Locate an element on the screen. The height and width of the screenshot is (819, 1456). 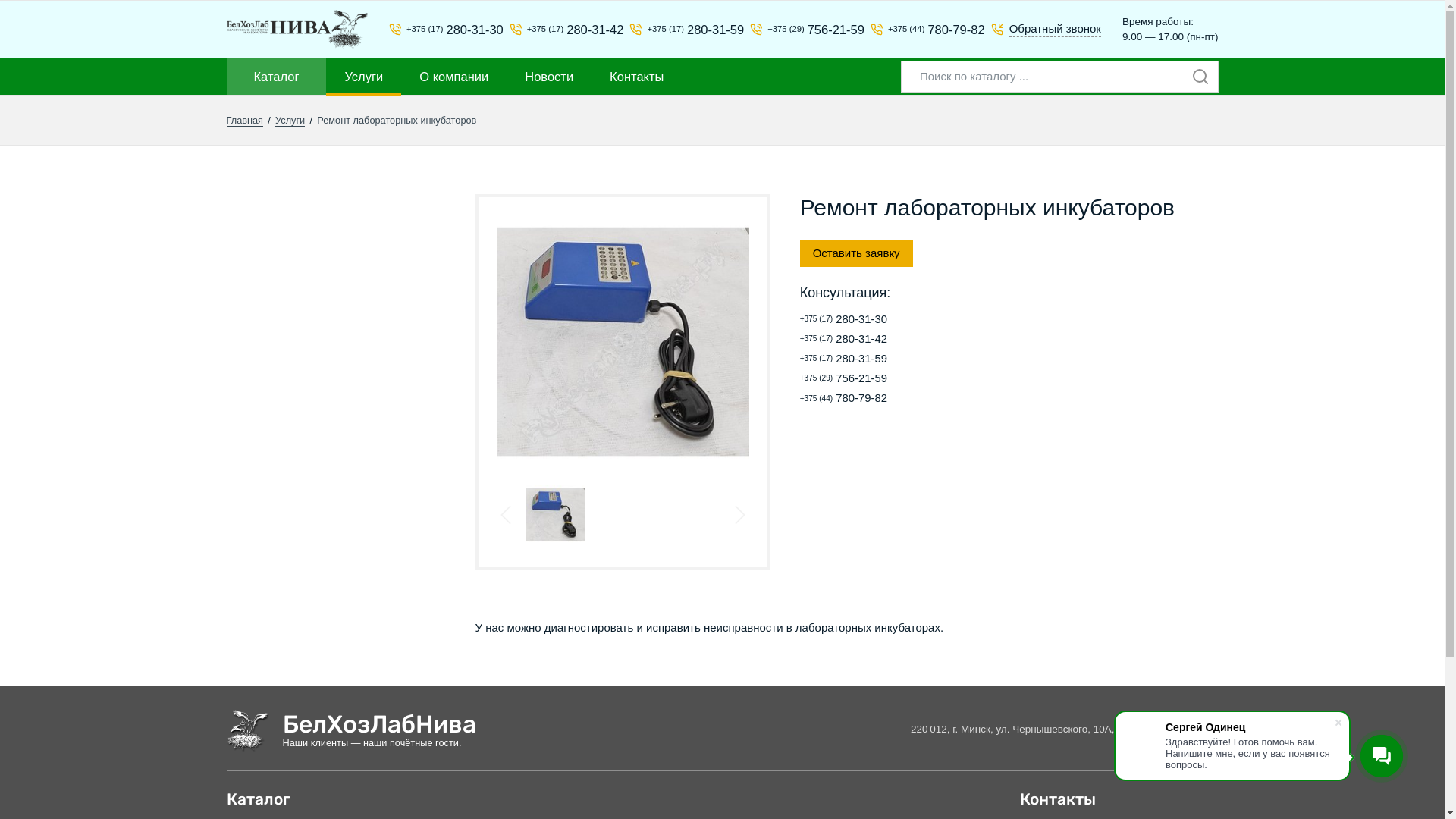
'+375 (17) is located at coordinates (389, 30).